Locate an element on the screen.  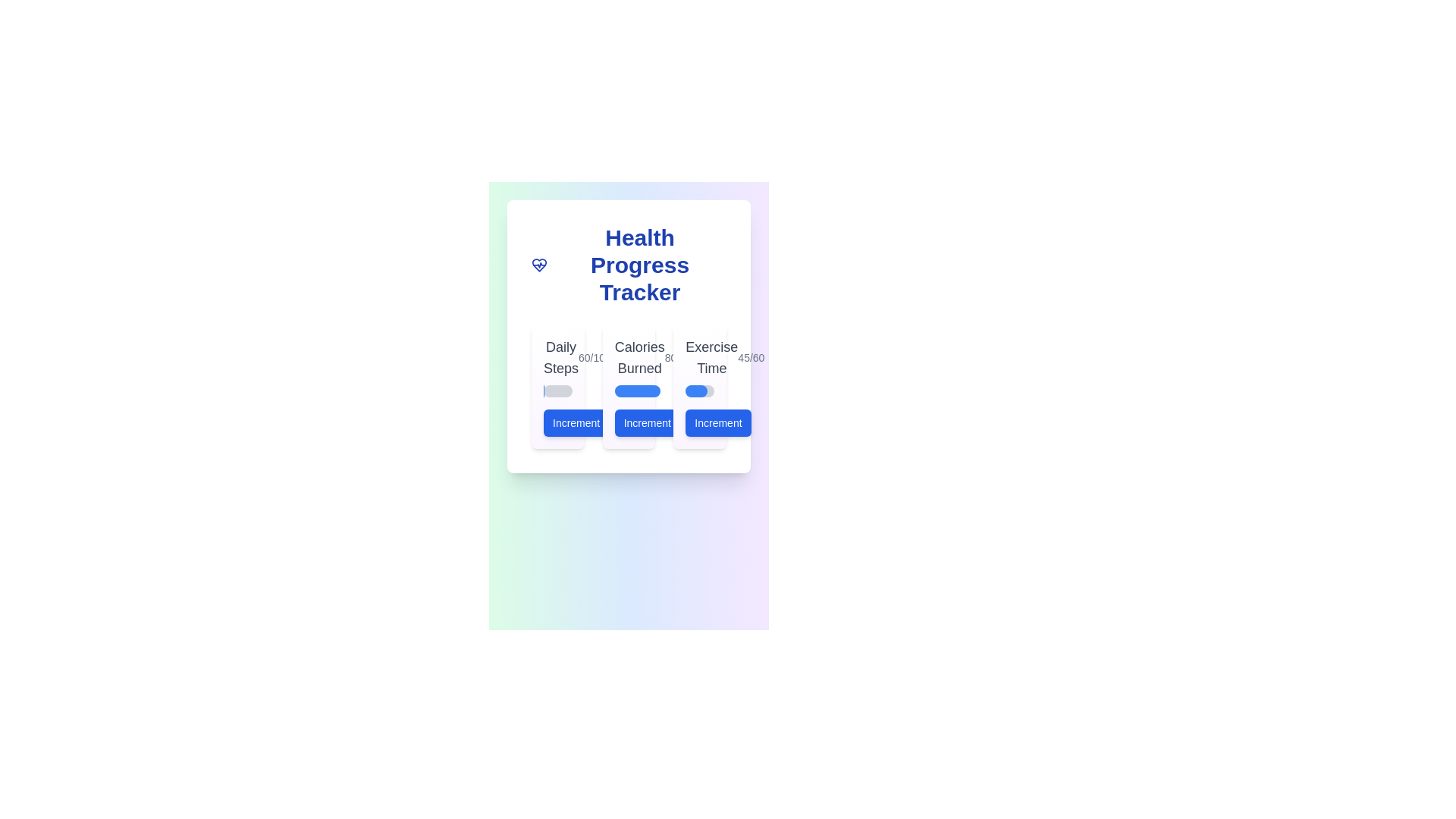
the blue progress segment of the second progress bar under the 'Calories Burned' section is located at coordinates (637, 391).